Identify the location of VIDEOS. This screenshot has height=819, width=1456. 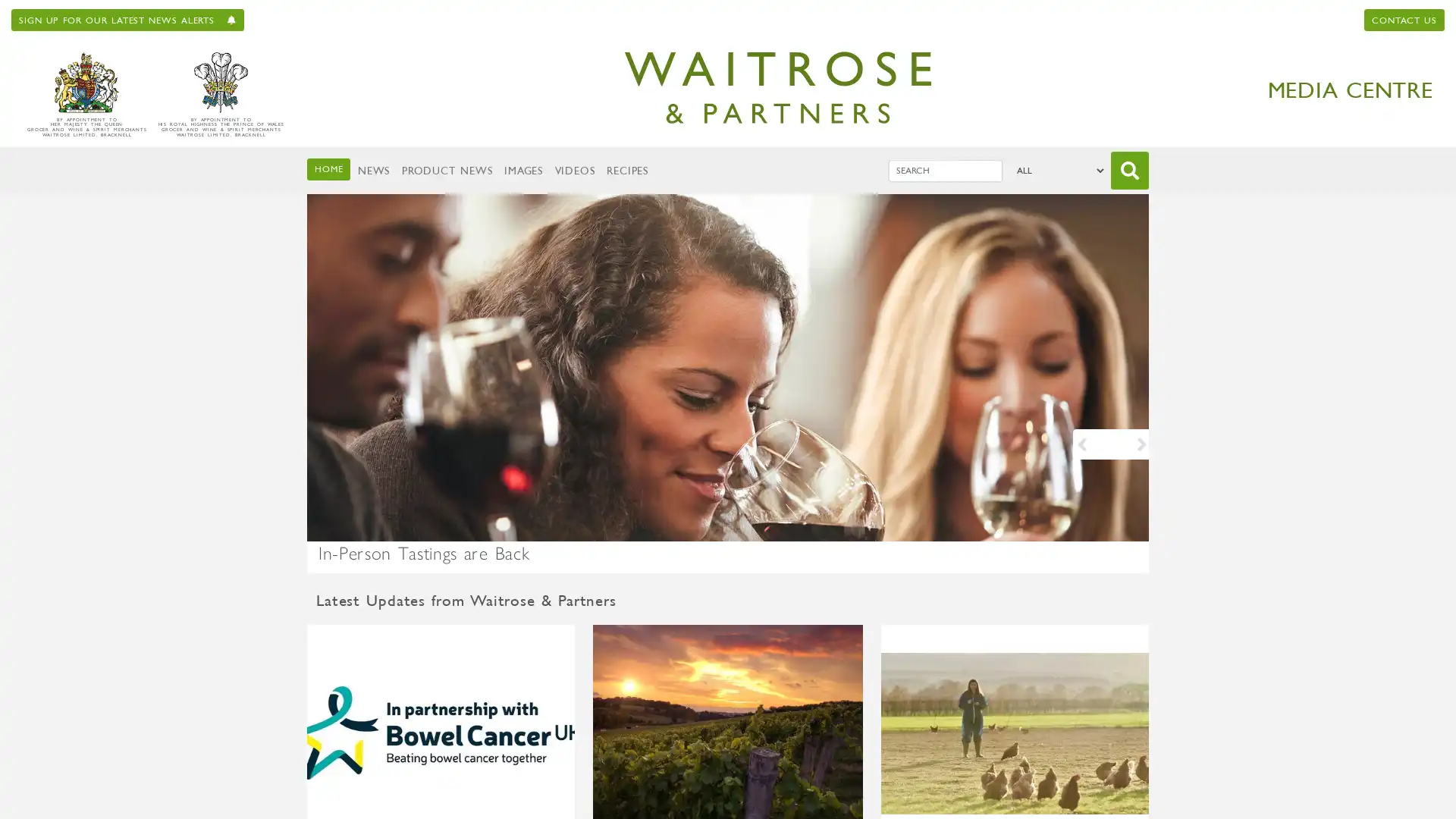
(573, 170).